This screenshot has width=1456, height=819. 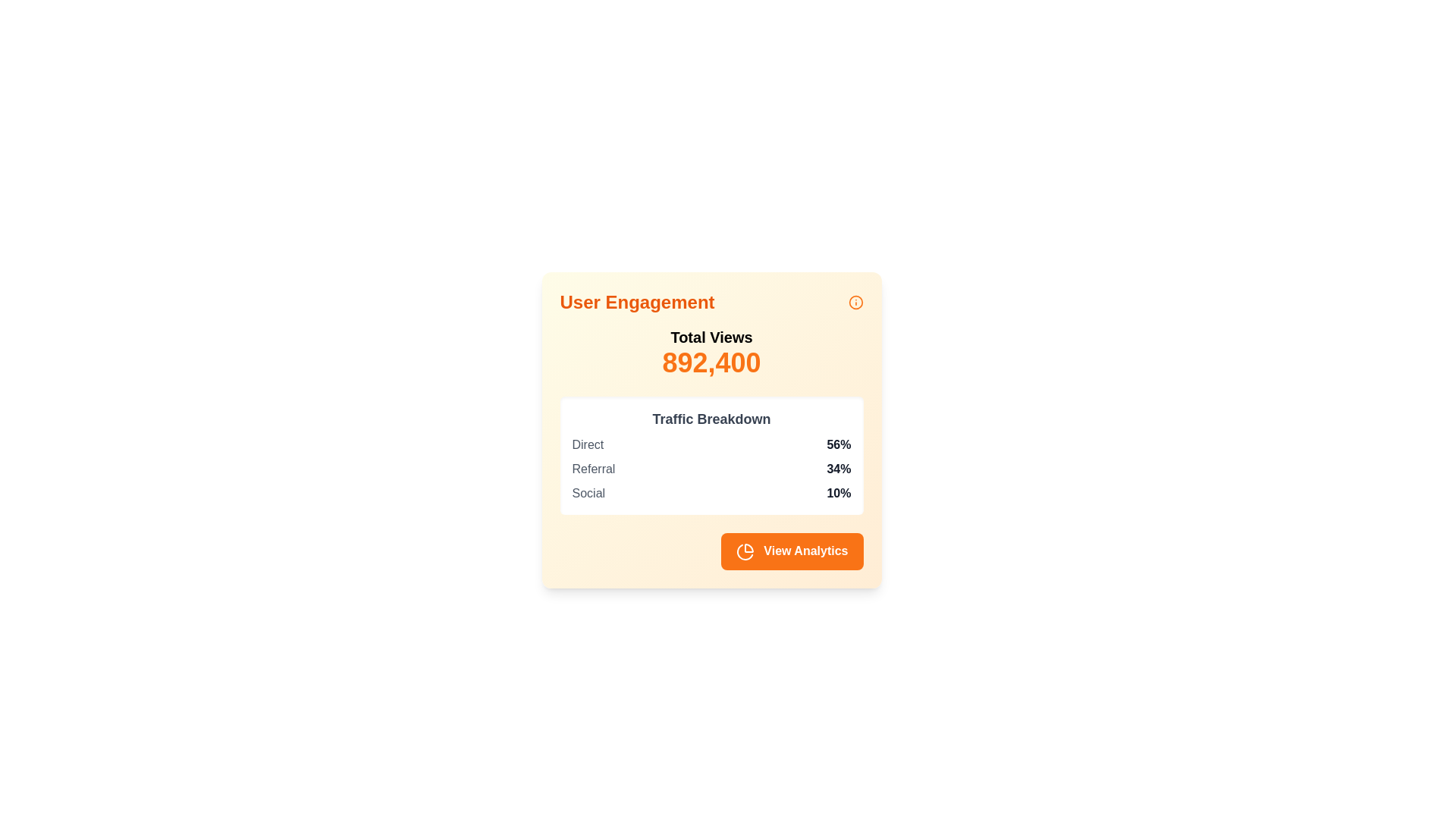 What do you see at coordinates (791, 551) in the screenshot?
I see `the primary action button located at the bottom-right of the 'User Engagement' card` at bounding box center [791, 551].